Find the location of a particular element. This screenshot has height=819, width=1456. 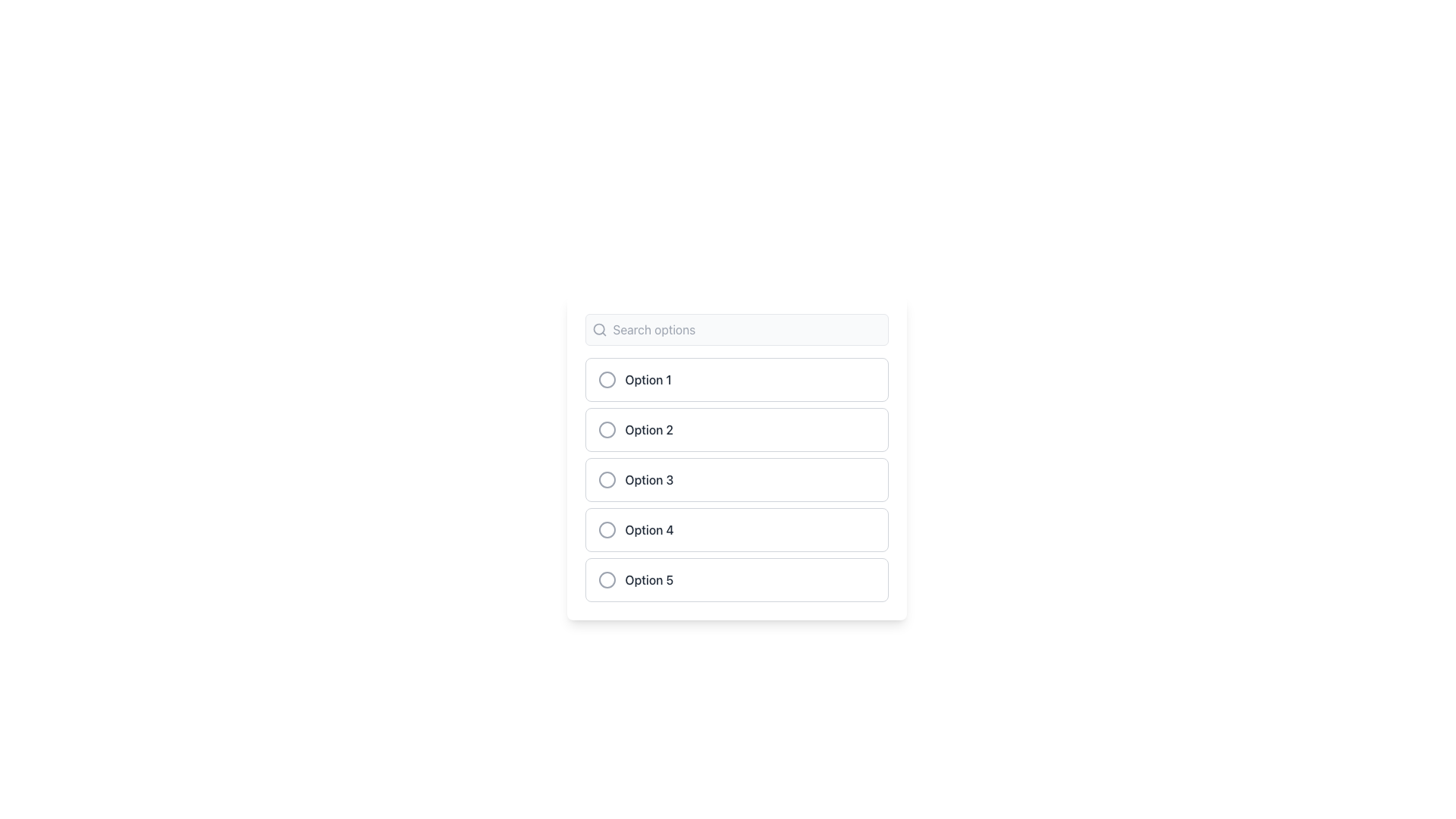

the visual indicator circle located in the fourth option of a vertical list of selectable items is located at coordinates (607, 529).